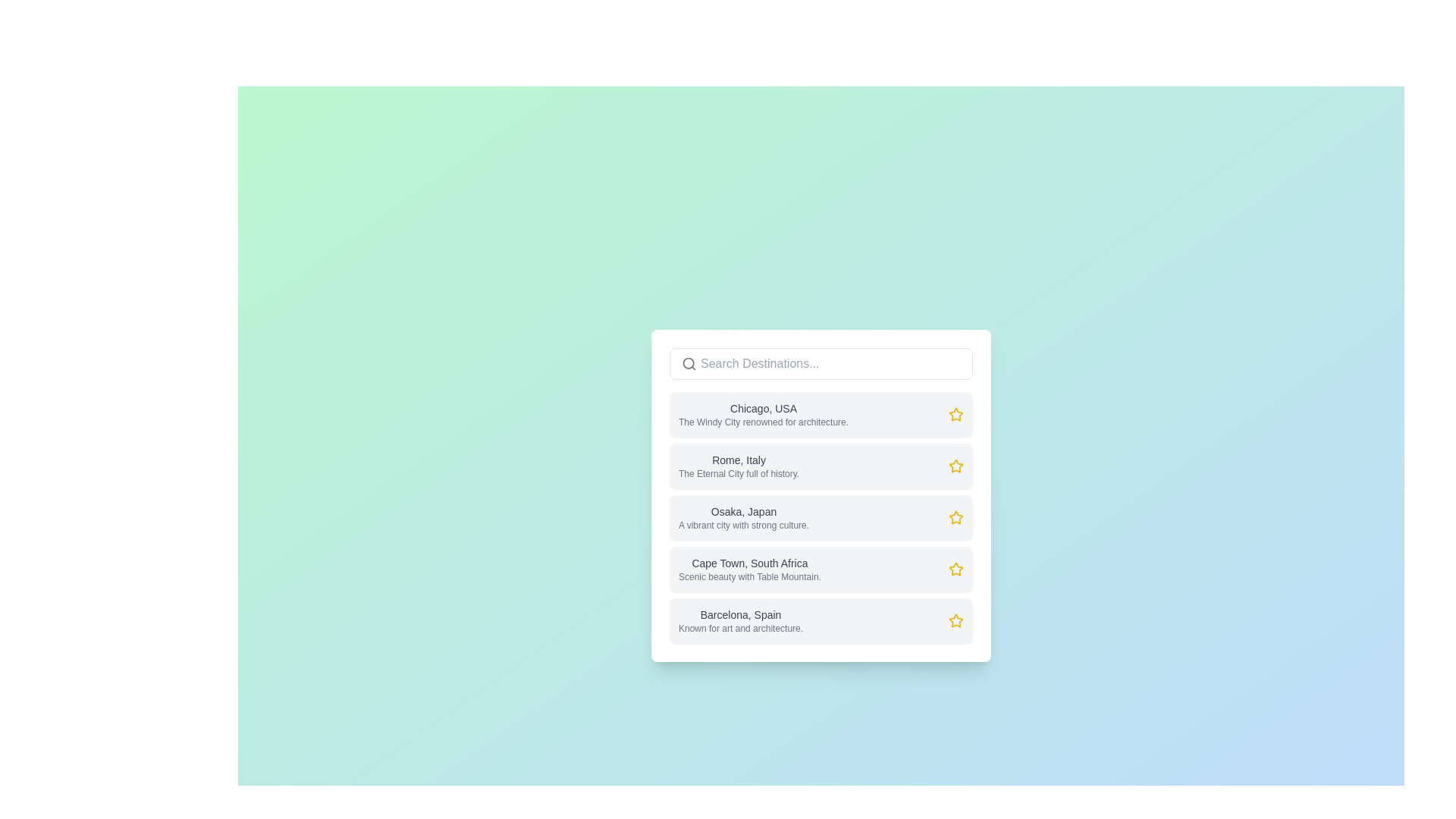 The width and height of the screenshot is (1456, 819). What do you see at coordinates (955, 415) in the screenshot?
I see `the gold outlined star icon located on the right side of the list item titled 'Chicago, USA' to favorite the destination` at bounding box center [955, 415].